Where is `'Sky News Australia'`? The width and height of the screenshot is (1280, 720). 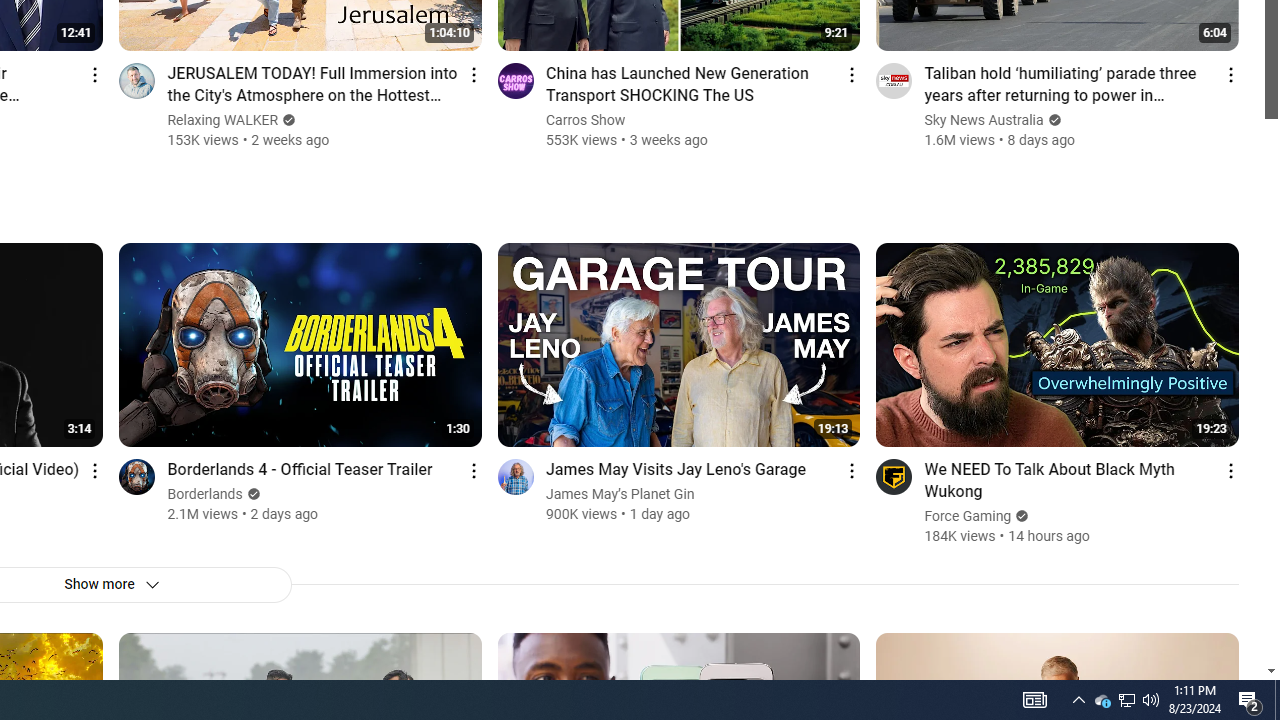
'Sky News Australia' is located at coordinates (984, 120).